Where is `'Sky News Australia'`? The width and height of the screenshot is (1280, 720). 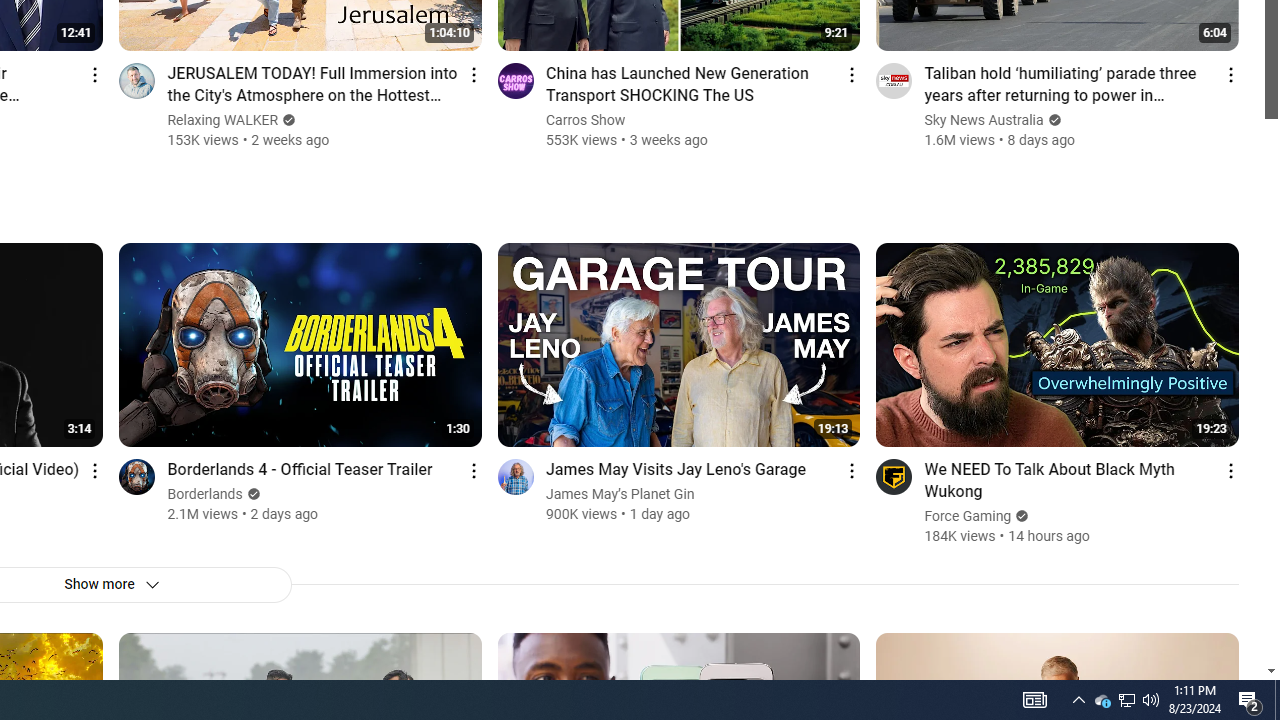
'Sky News Australia' is located at coordinates (984, 120).